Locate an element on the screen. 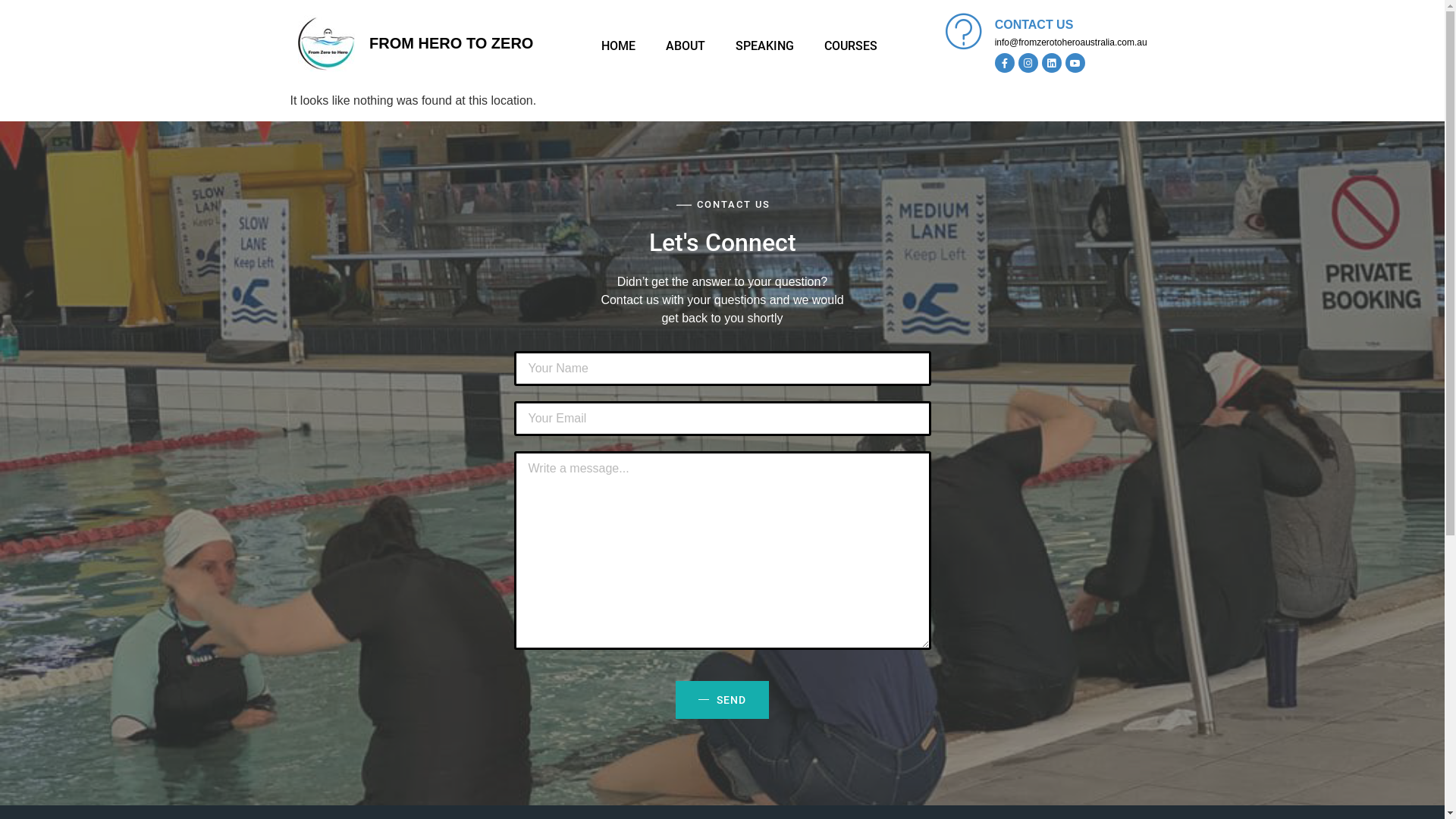  'ABOUT' is located at coordinates (651, 45).